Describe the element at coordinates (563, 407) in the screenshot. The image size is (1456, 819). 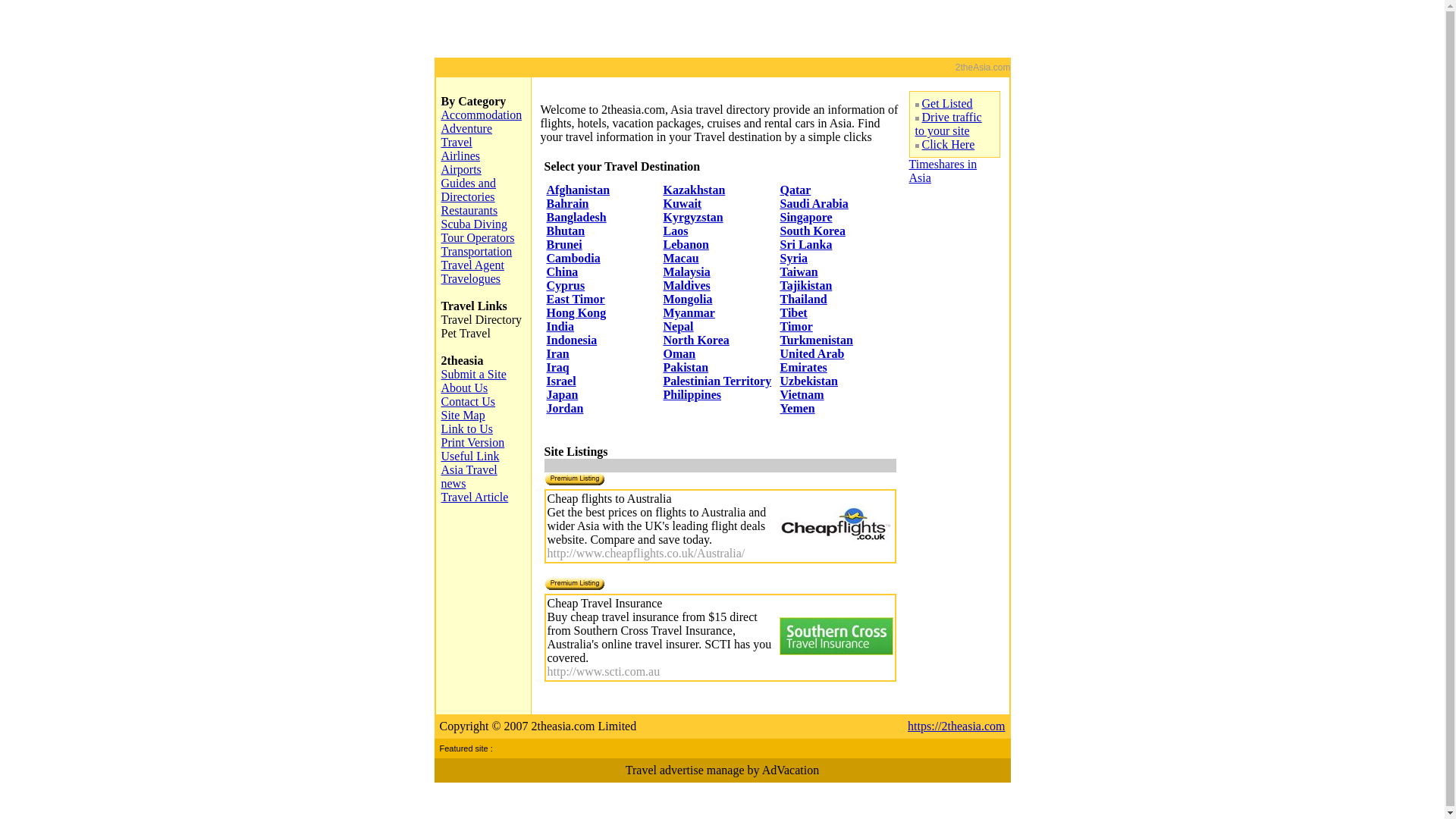
I see `'Jordan'` at that location.